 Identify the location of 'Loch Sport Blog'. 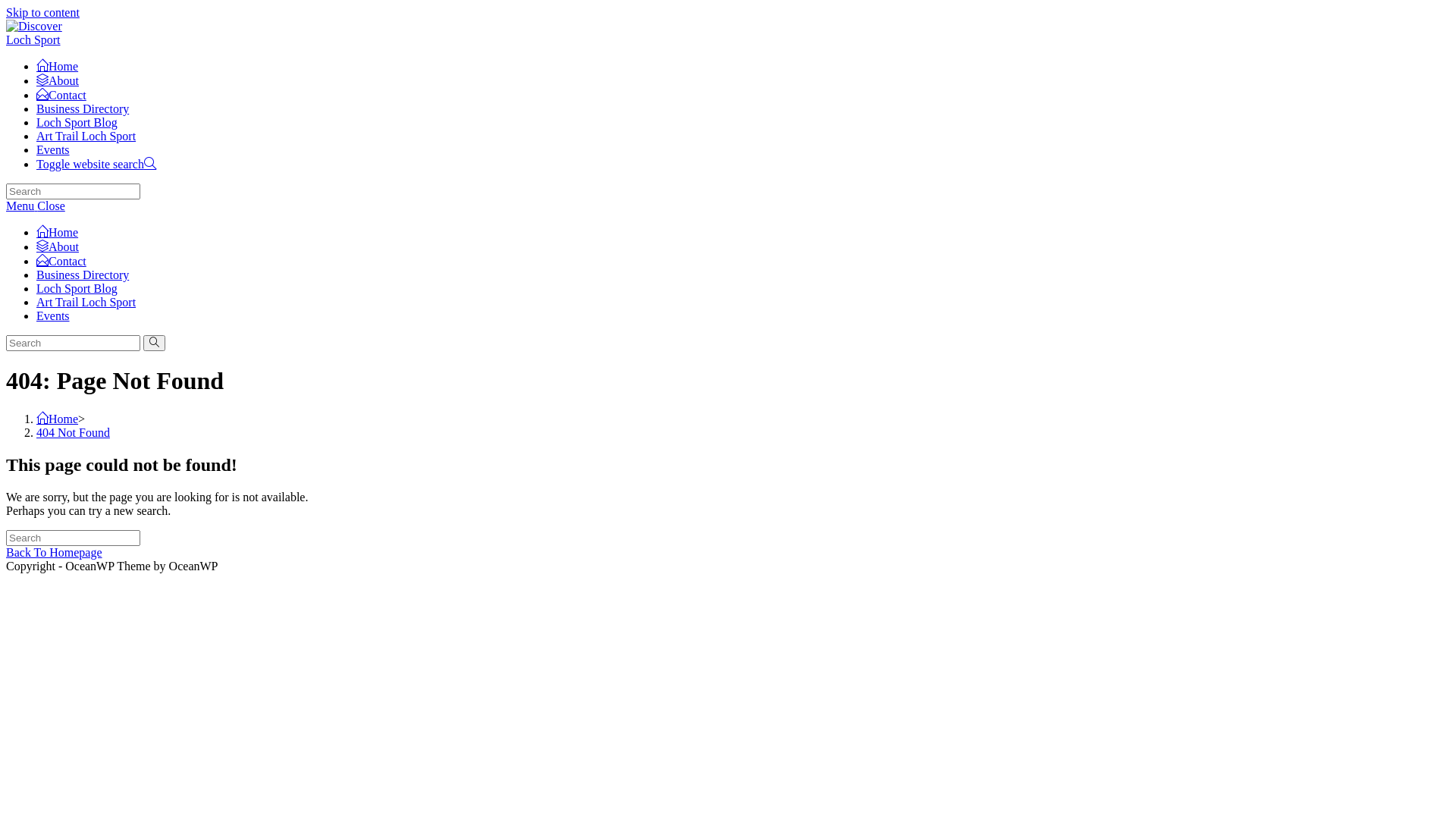
(76, 121).